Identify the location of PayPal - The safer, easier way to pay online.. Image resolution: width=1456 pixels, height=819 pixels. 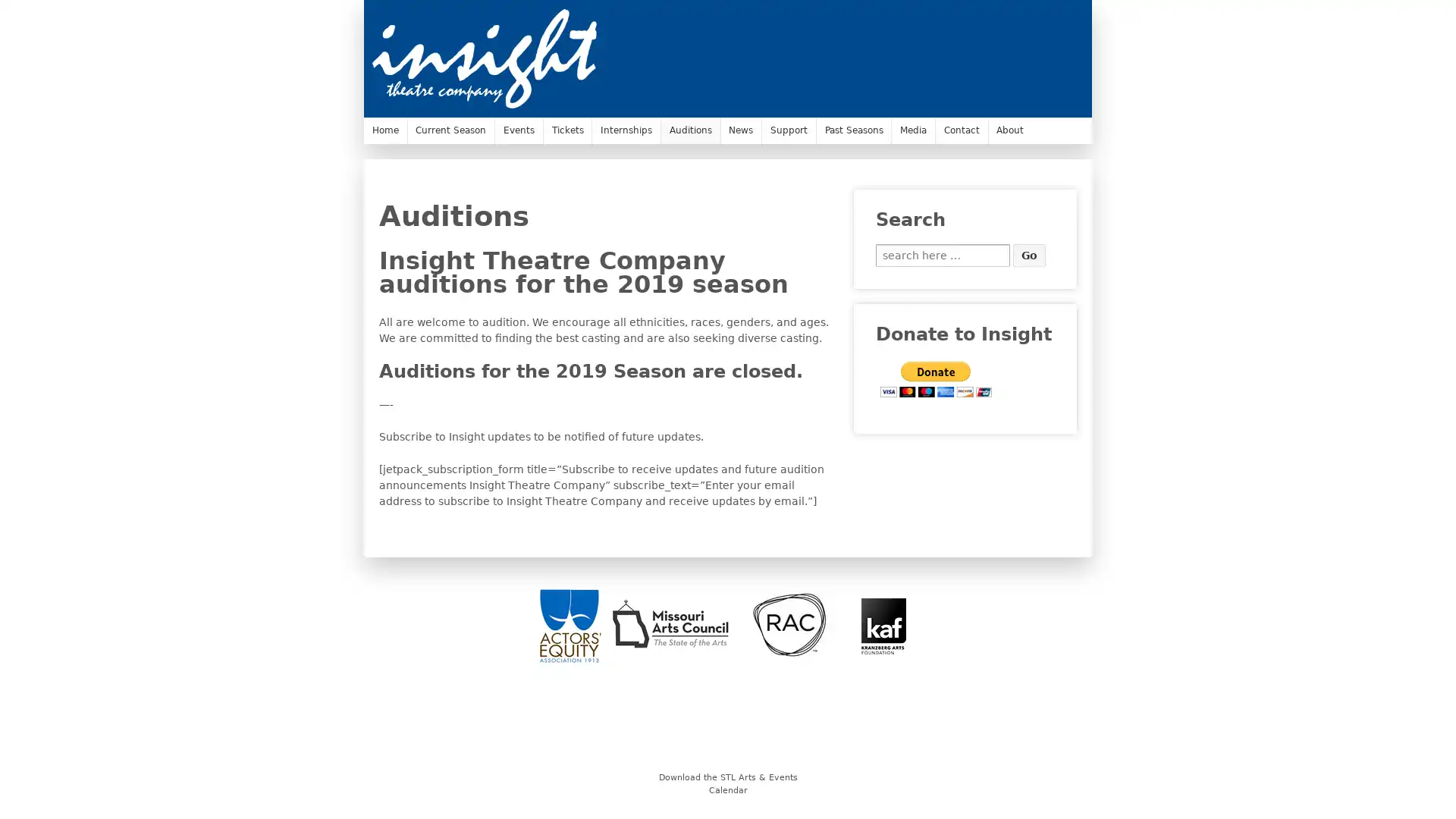
(934, 378).